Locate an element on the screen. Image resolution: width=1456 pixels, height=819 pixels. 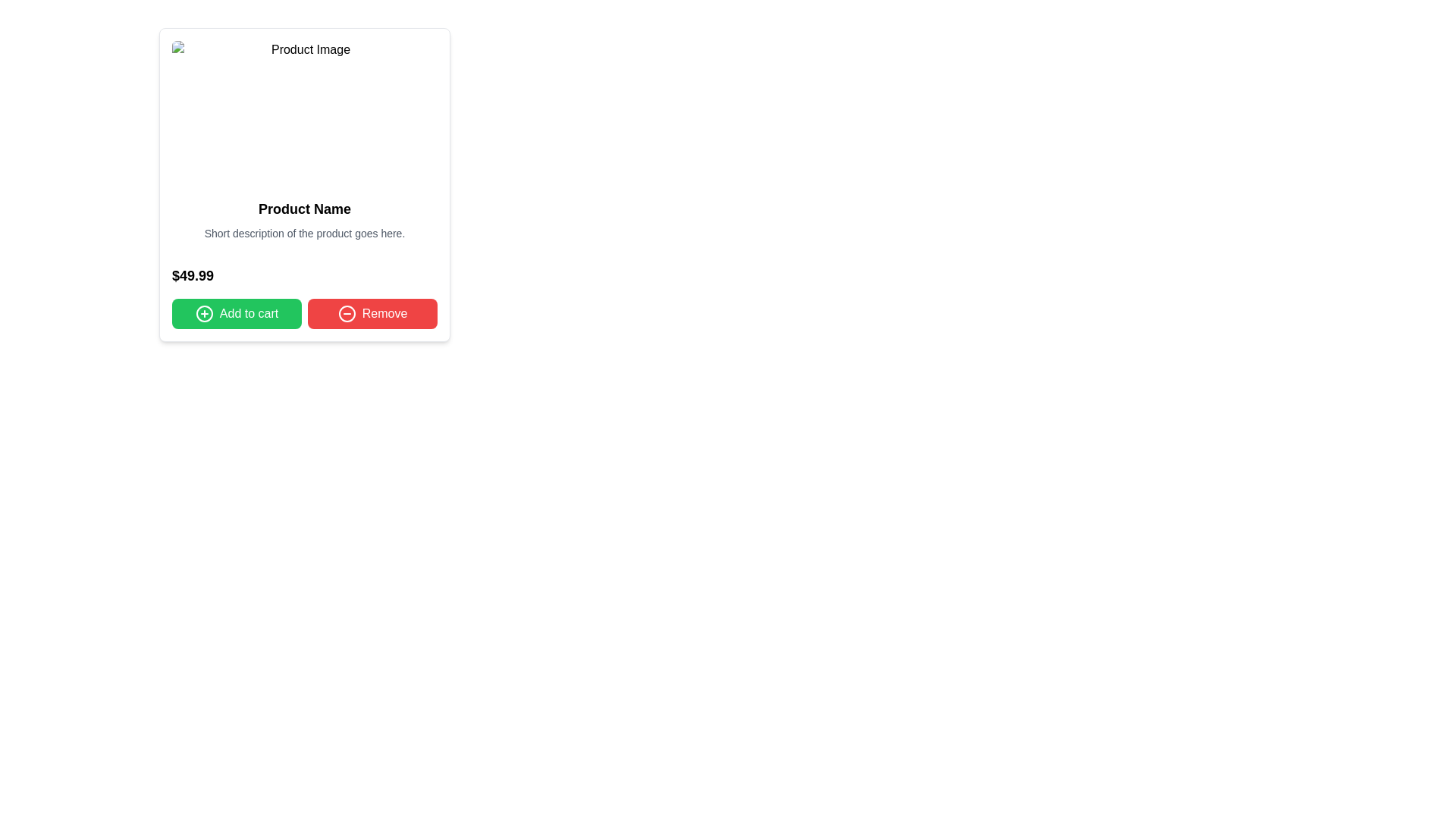
the icon located to the left of the green 'Add to cart' button, which serves as a visual indicator is located at coordinates (203, 312).